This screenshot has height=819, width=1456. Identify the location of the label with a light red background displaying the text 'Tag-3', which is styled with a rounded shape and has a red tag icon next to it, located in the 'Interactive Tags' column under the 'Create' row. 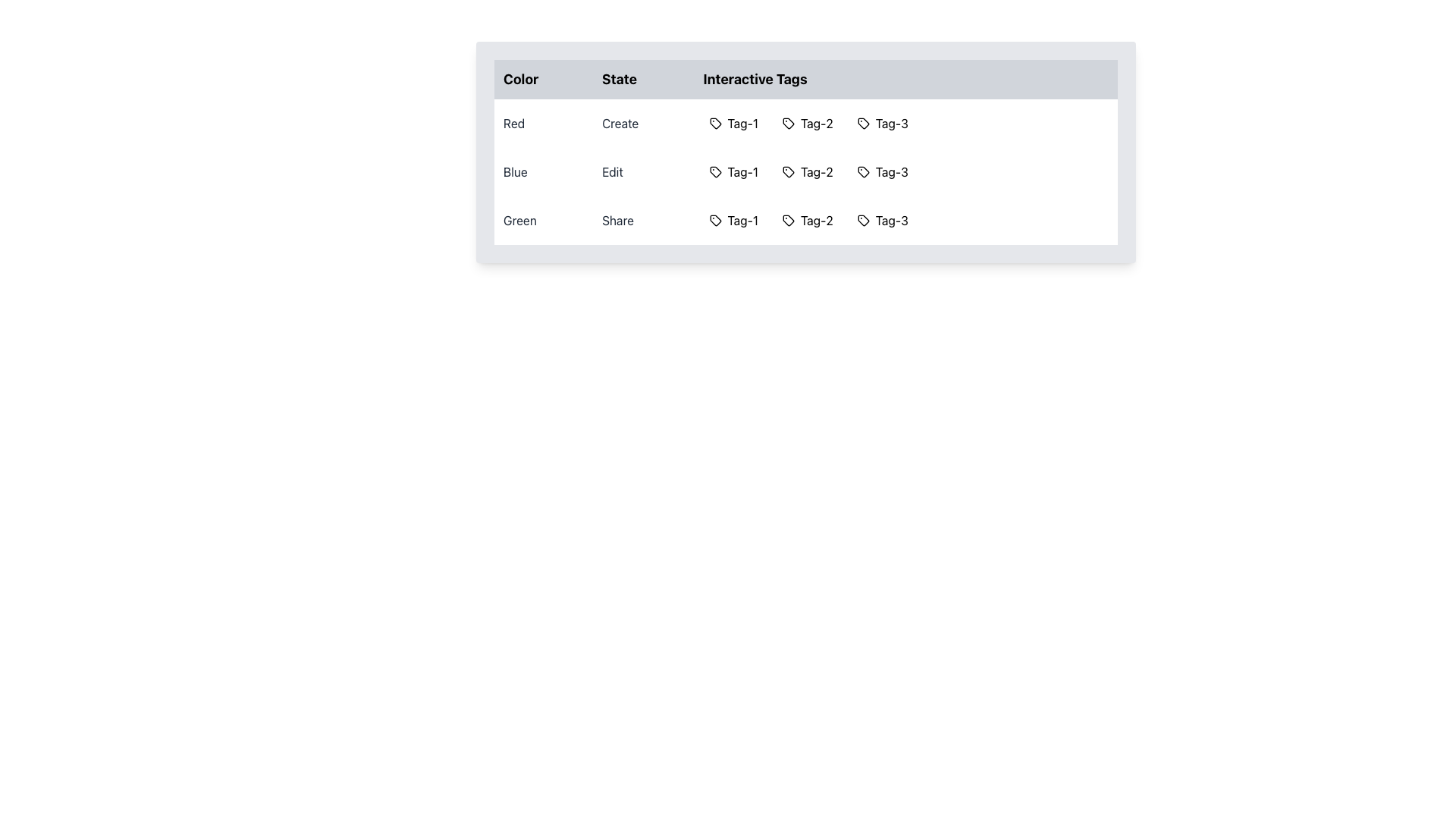
(883, 122).